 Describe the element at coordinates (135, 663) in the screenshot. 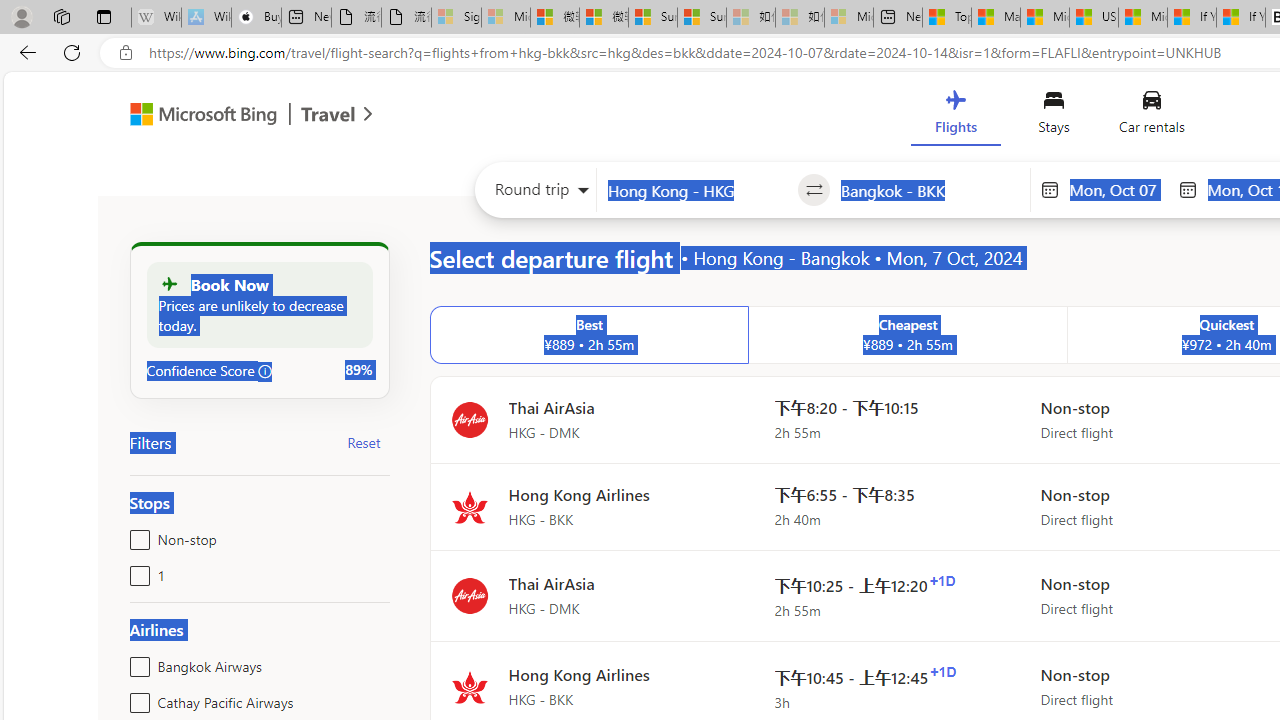

I see `'Bangkok Airways'` at that location.